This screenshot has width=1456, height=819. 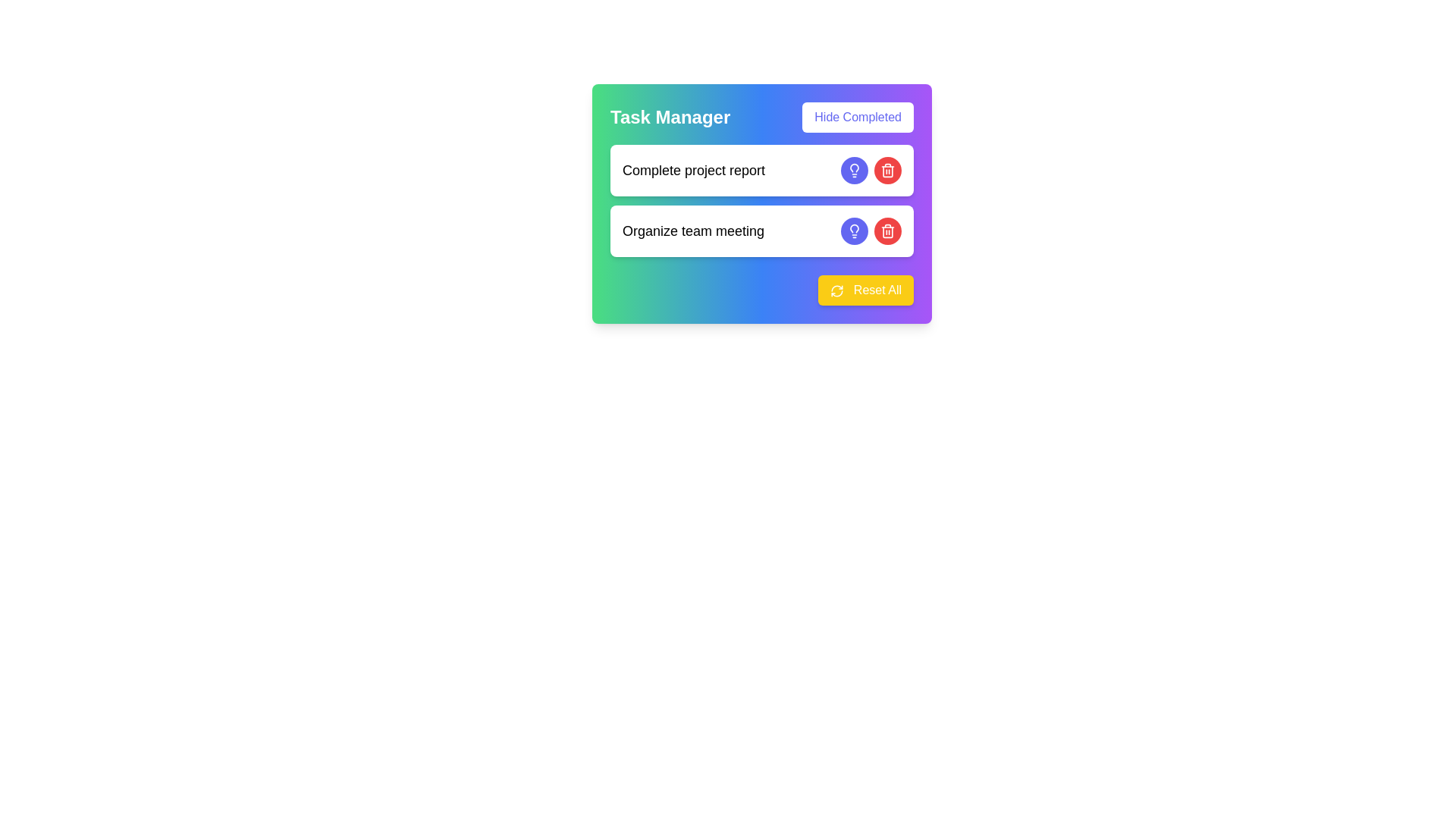 What do you see at coordinates (888, 231) in the screenshot?
I see `the delete button for the second task entry, located at the far right of the row of controls` at bounding box center [888, 231].